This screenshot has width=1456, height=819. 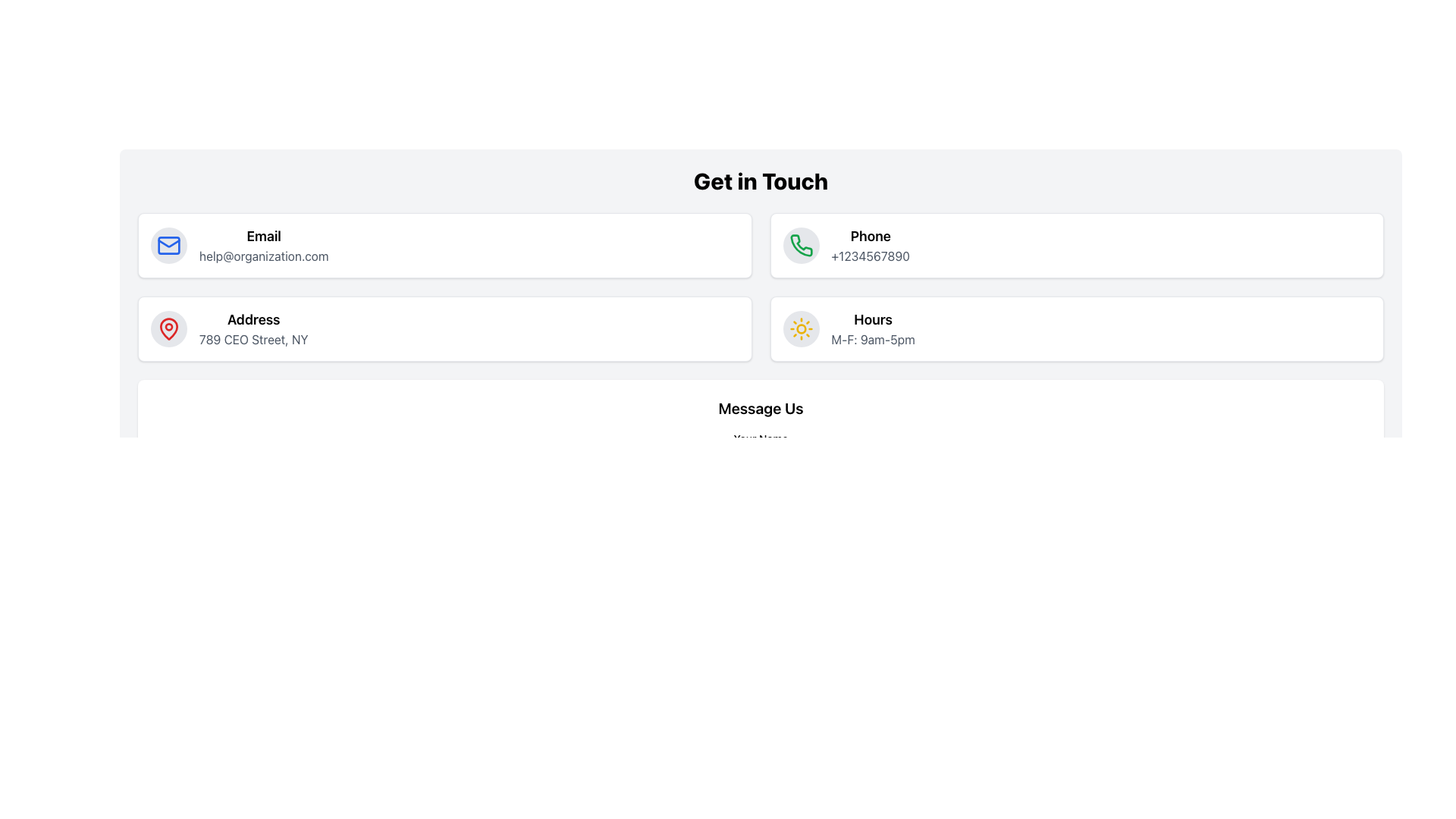 I want to click on the phone contact icon button located in the upper-right card titled 'Phone', positioned to the left of the text '+1234567890', so click(x=800, y=245).